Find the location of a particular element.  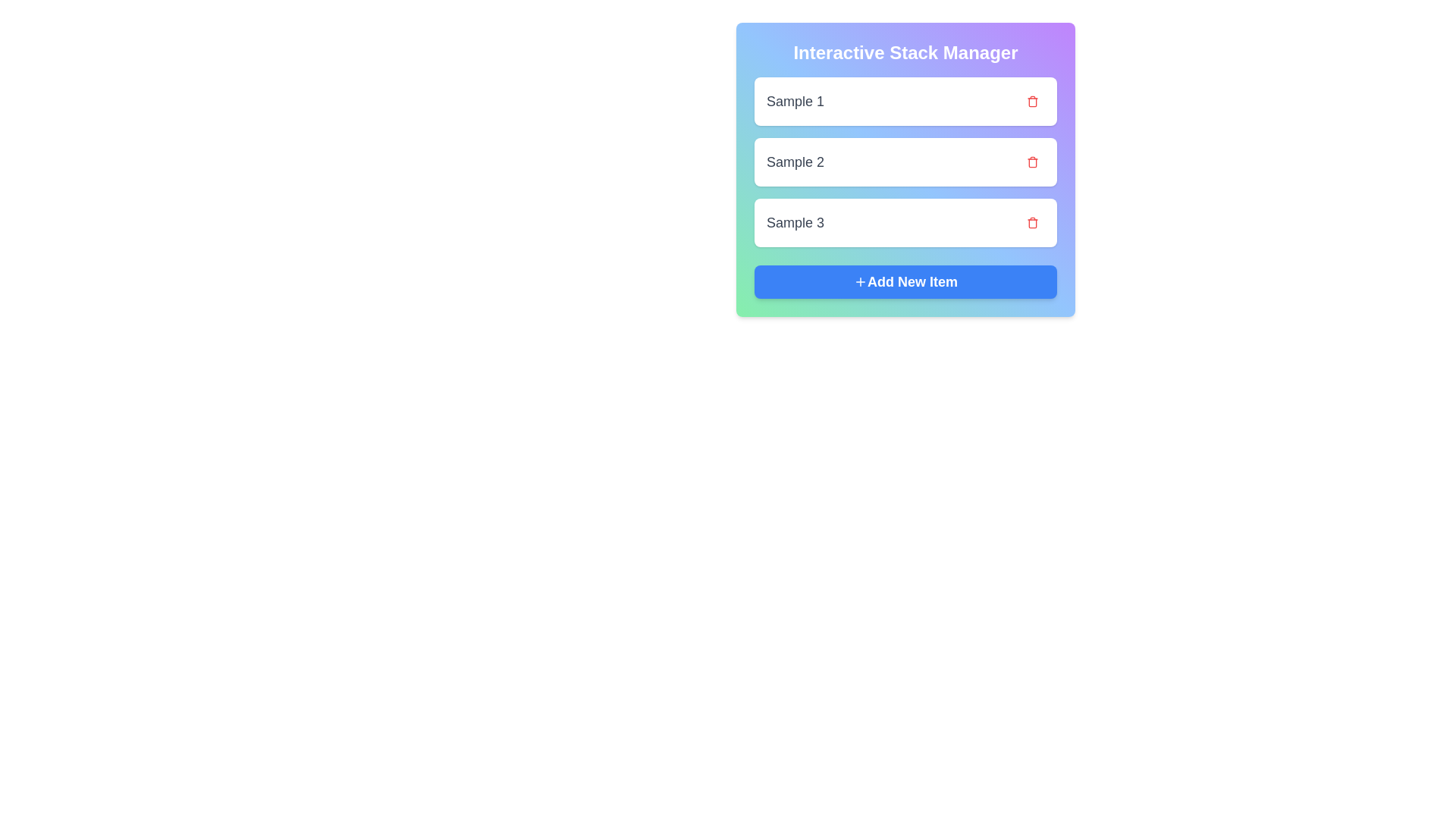

the rectangular button with a blue background and white text that reads '+ Add New Item' is located at coordinates (905, 281).